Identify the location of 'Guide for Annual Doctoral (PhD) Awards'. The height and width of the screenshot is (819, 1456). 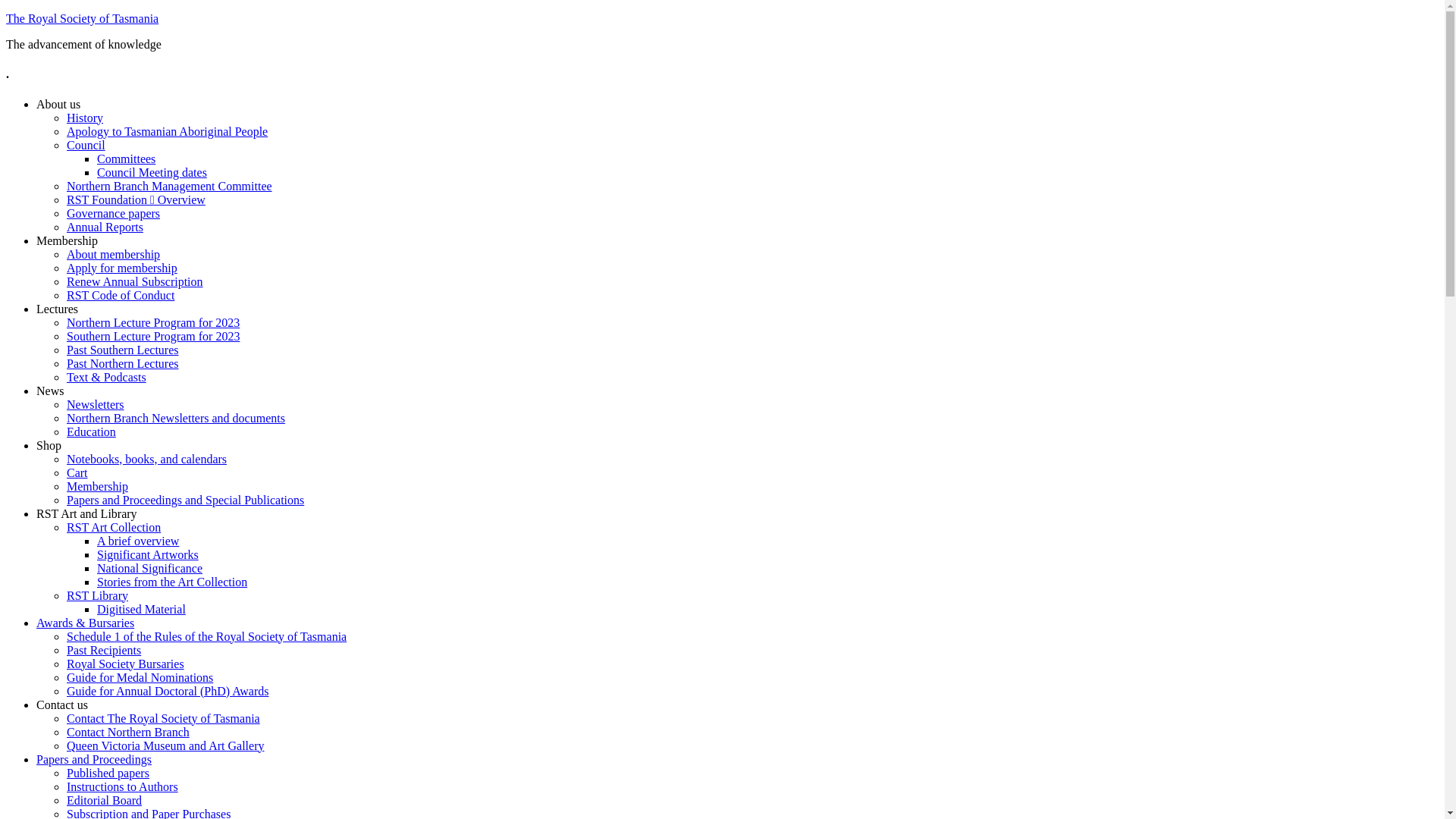
(167, 691).